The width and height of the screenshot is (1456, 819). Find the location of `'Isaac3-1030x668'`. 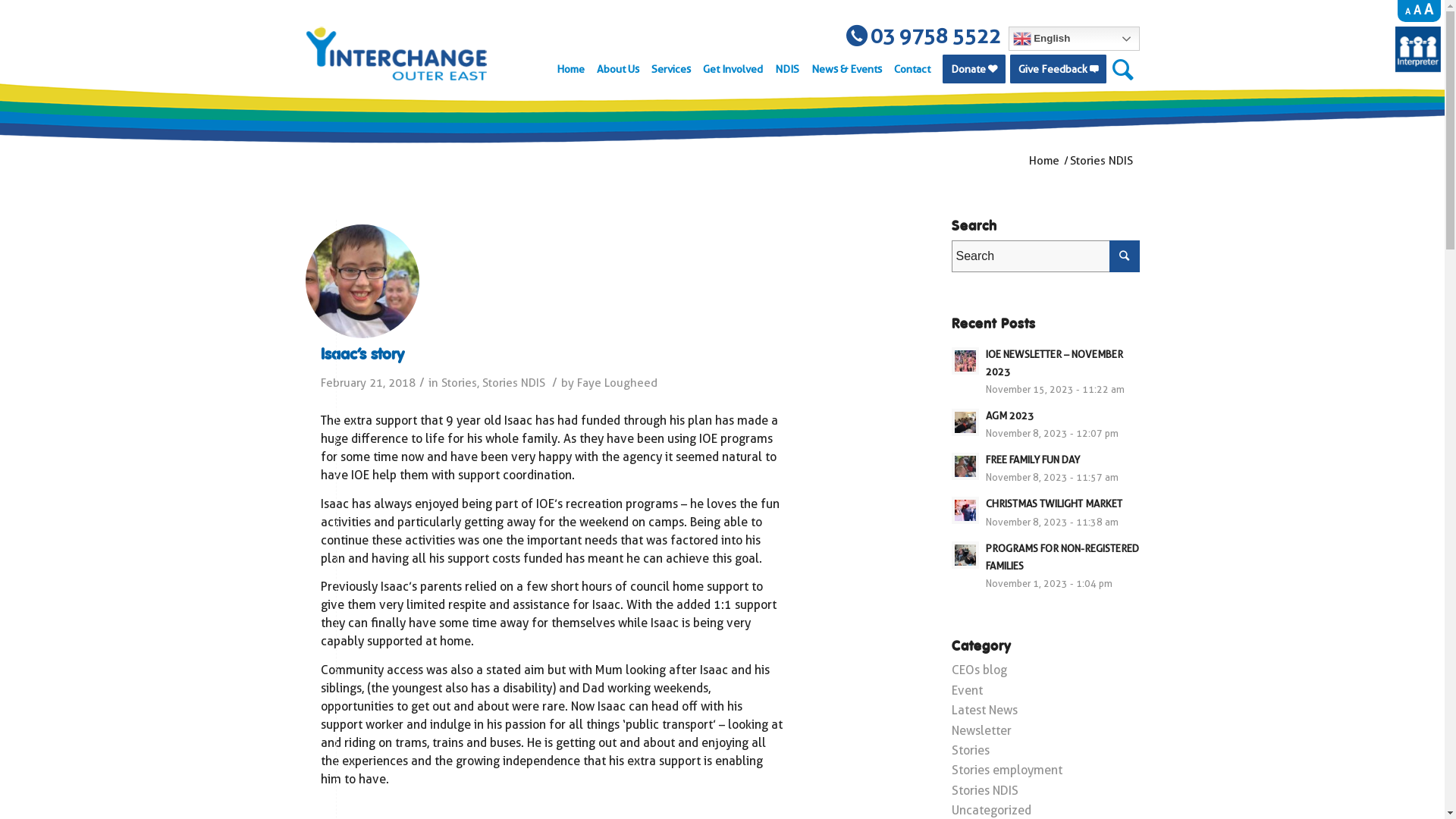

'Isaac3-1030x668' is located at coordinates (360, 281).